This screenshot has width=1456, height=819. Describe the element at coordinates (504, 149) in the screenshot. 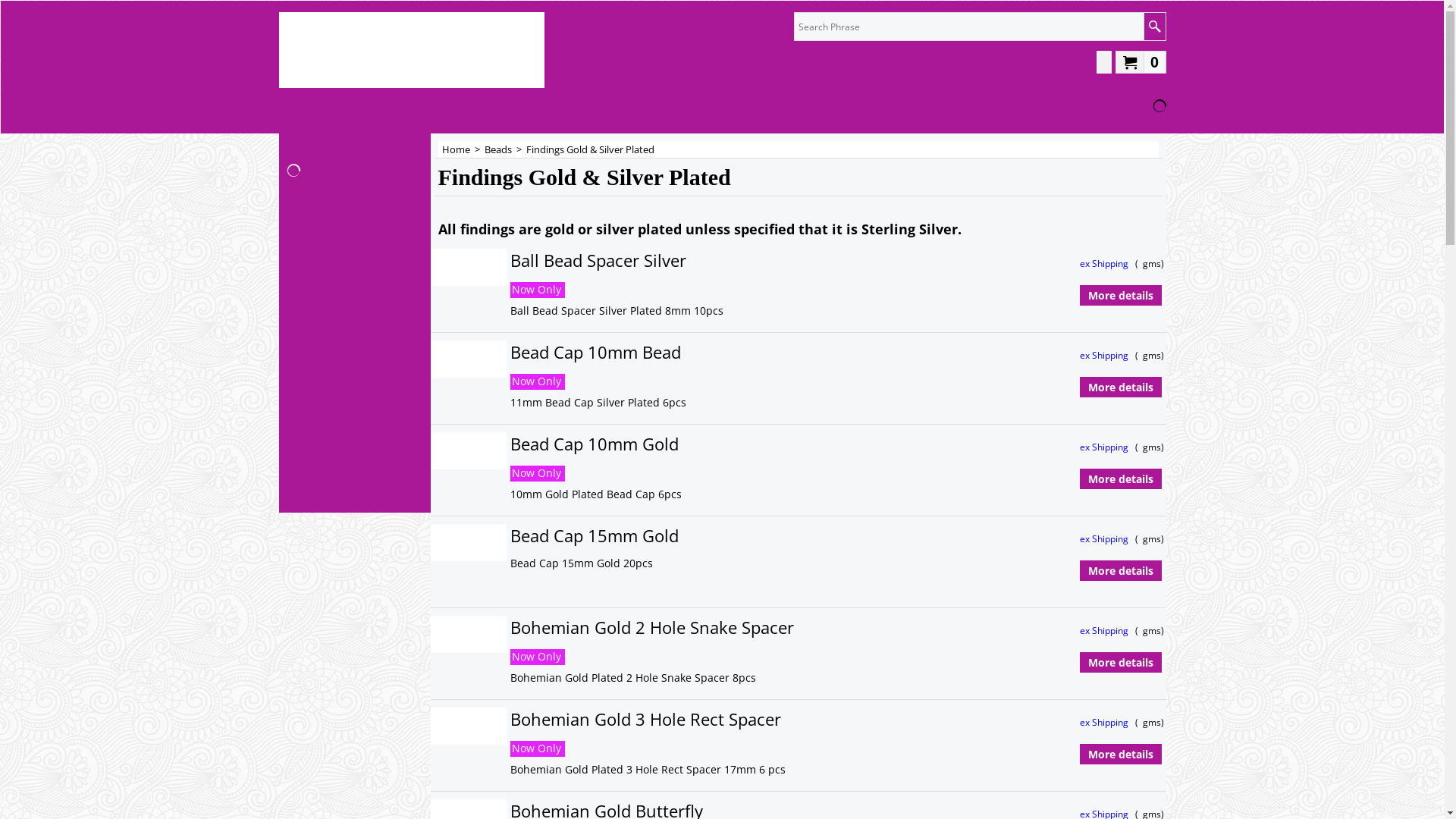

I see `'Beads  > '` at that location.